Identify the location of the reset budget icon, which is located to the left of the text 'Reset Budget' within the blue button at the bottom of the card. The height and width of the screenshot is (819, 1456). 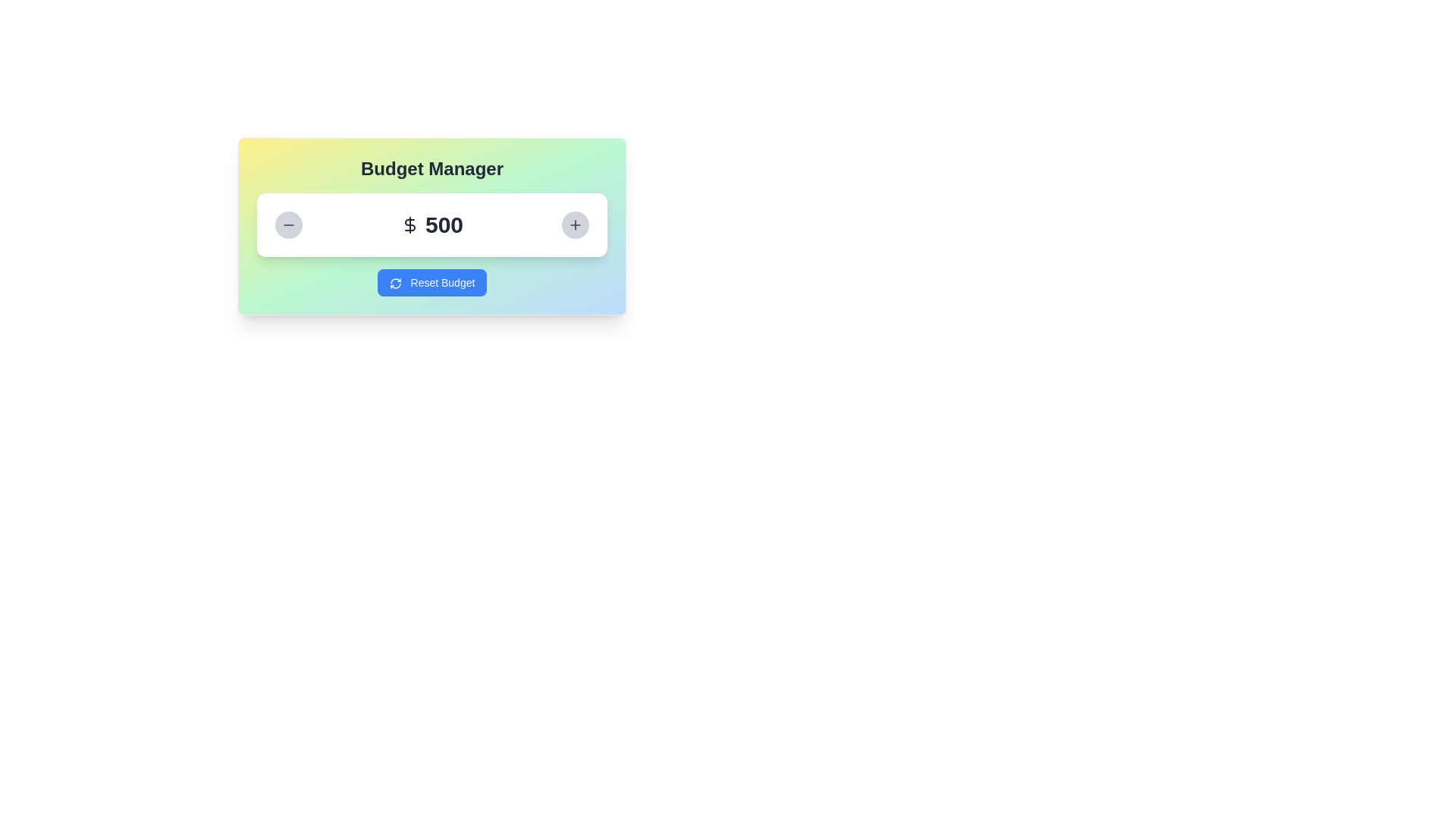
(395, 284).